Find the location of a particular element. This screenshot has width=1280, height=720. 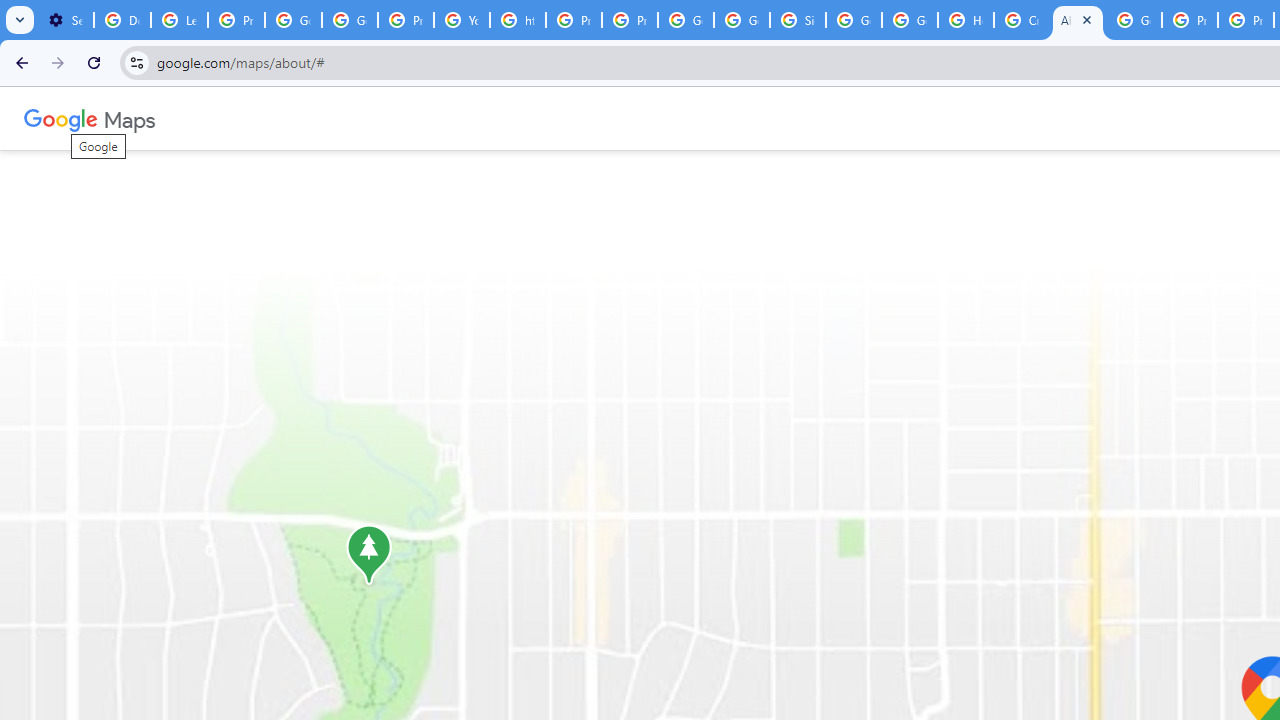

'Settings - Performance' is located at coordinates (65, 20).